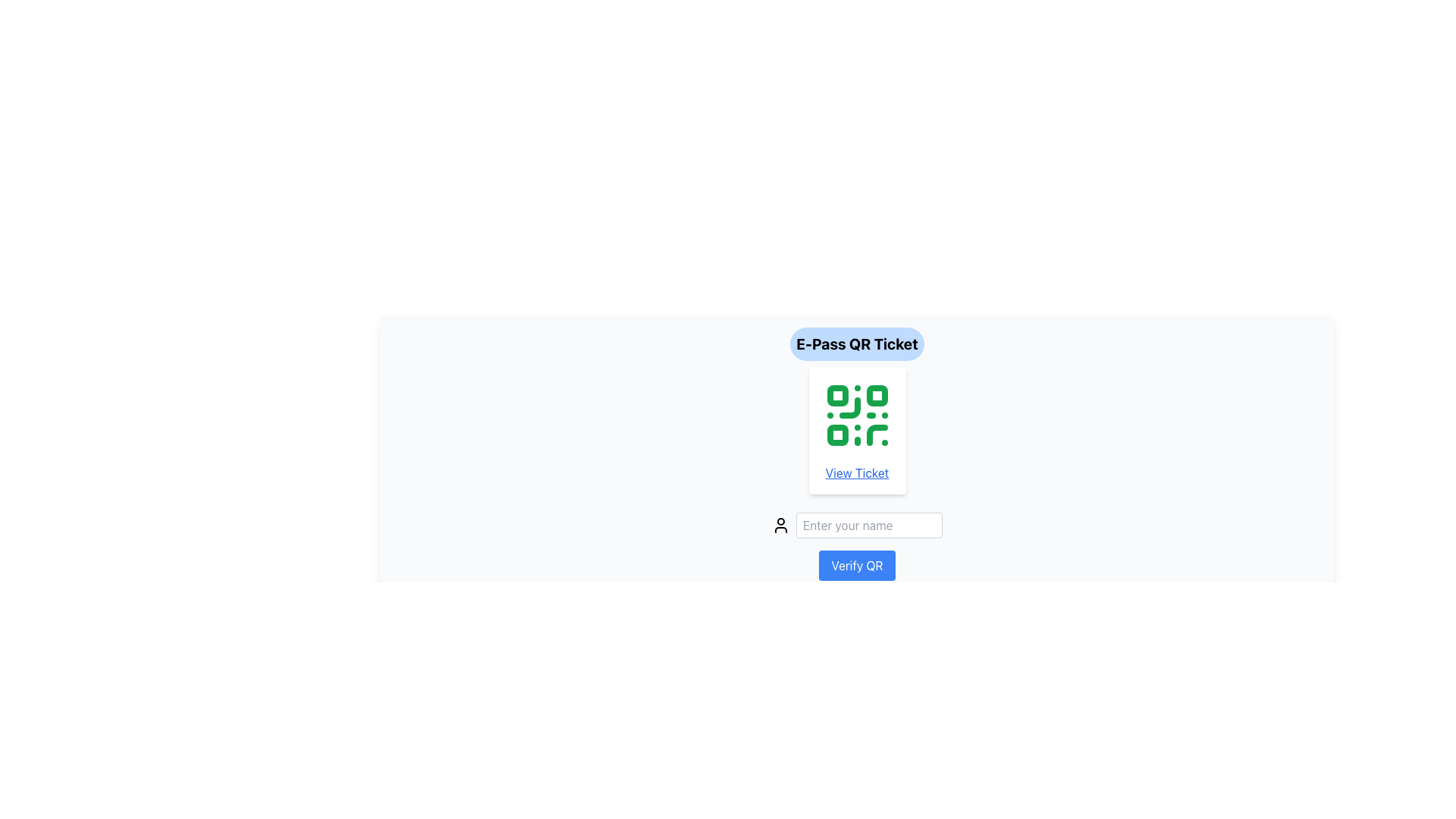  What do you see at coordinates (781, 525) in the screenshot?
I see `the user silhouette icon located to the left of the 'Enter your name' text input field` at bounding box center [781, 525].